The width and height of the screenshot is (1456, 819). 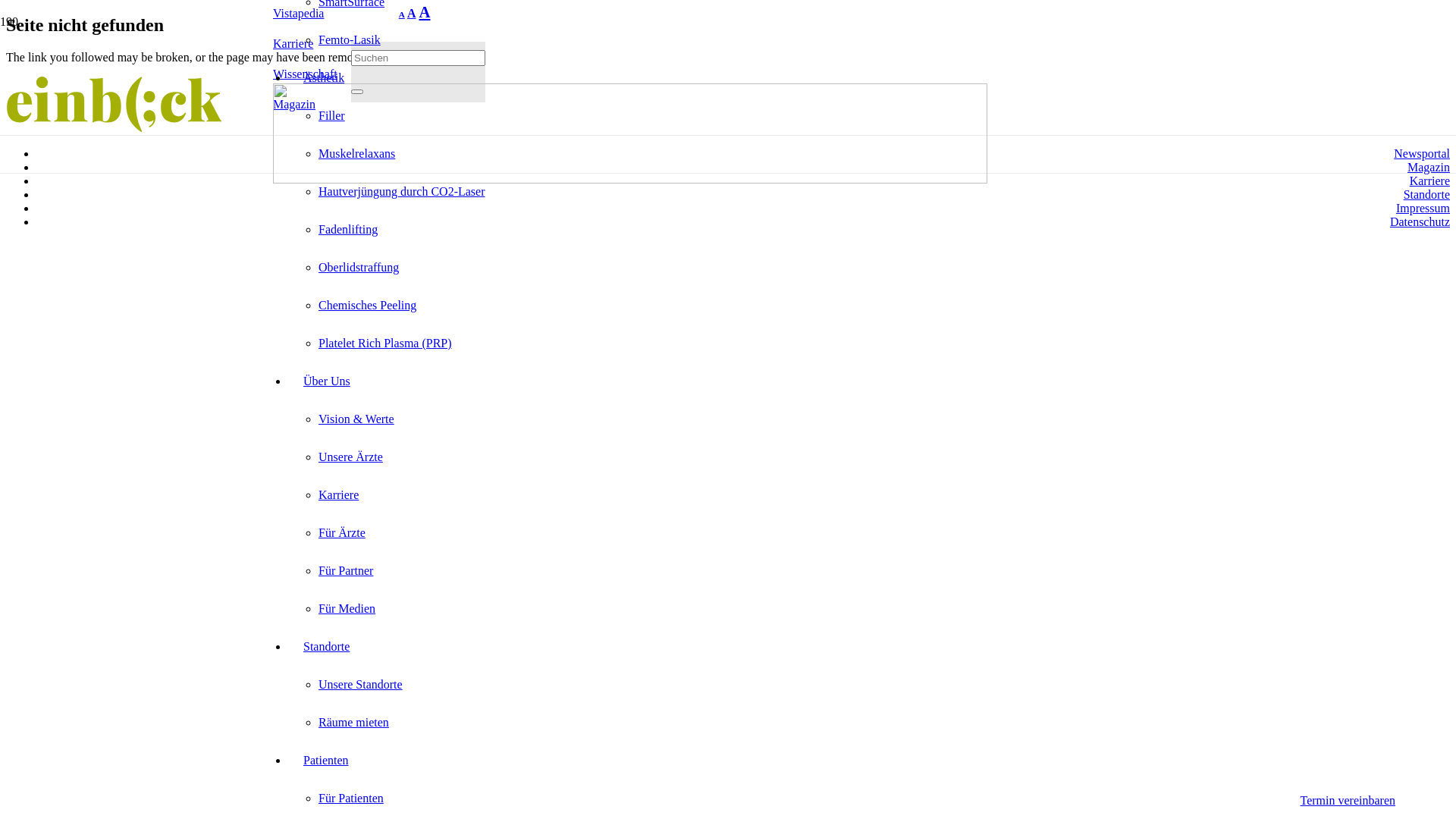 I want to click on 'Muskelrelaxans', so click(x=356, y=153).